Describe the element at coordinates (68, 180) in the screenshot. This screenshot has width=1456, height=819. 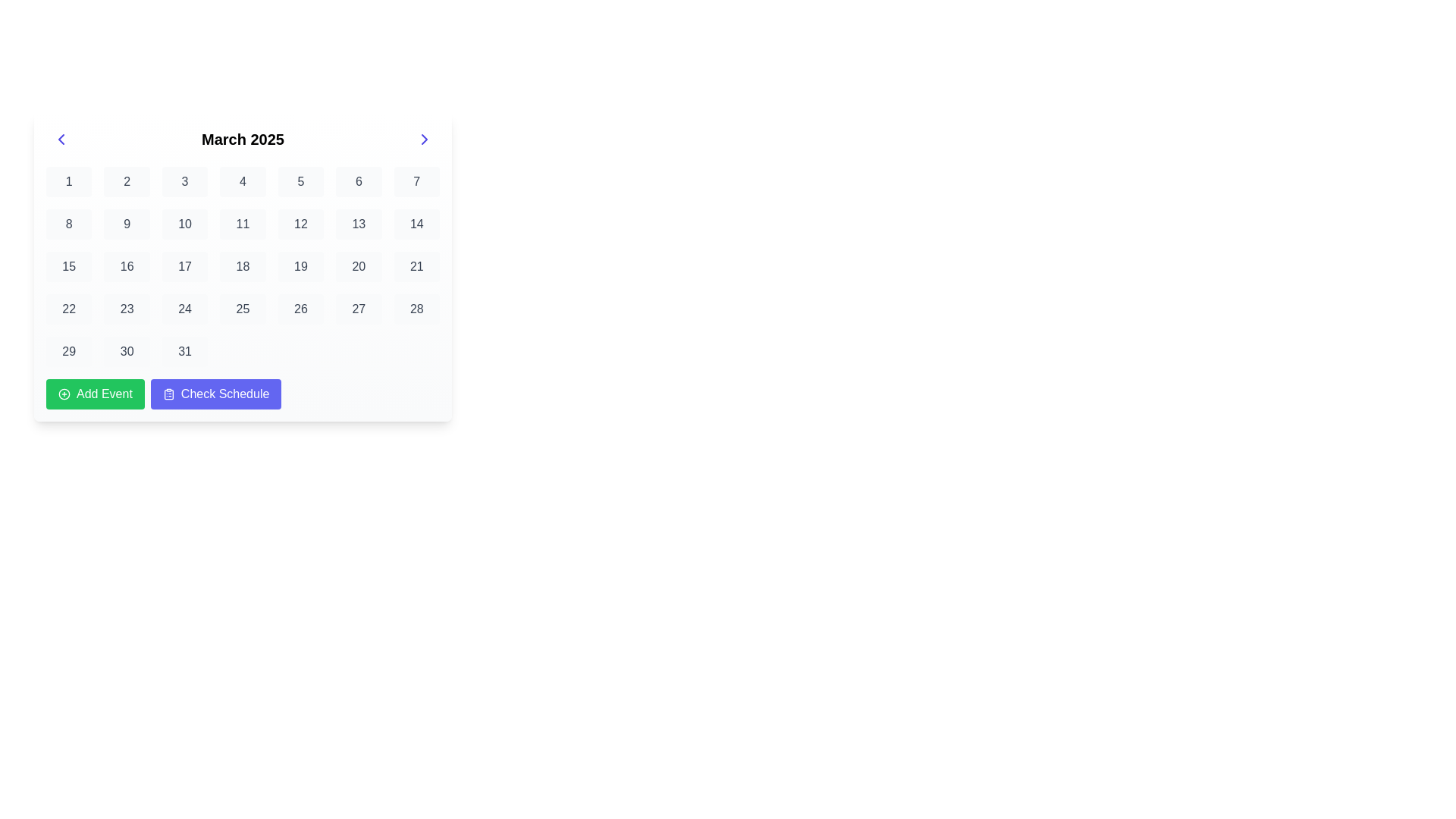
I see `the Calendar cell representing the first date of the month` at that location.